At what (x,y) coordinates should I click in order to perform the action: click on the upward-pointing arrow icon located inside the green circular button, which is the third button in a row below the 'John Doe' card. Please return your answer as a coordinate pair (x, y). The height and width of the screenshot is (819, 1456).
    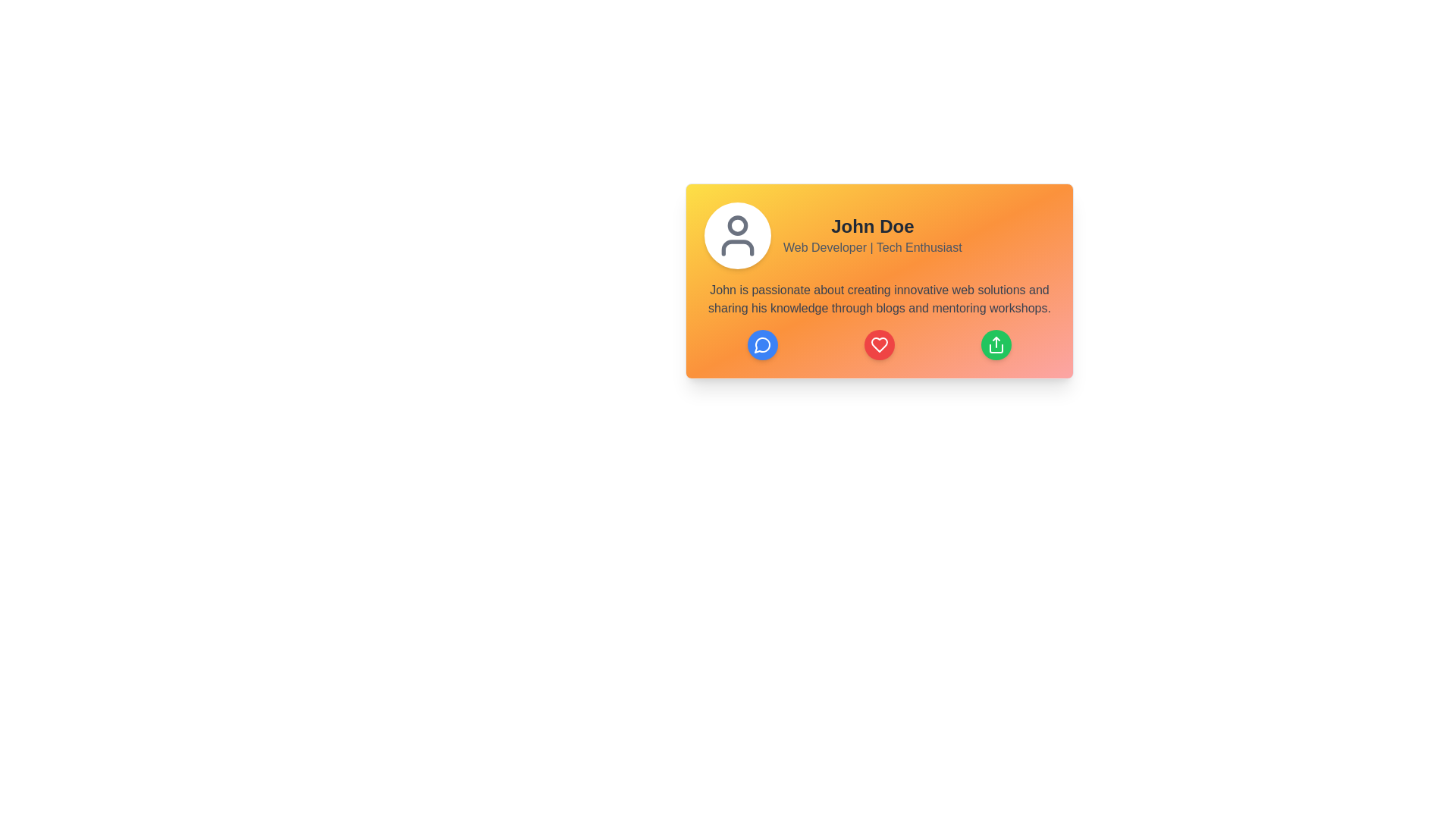
    Looking at the image, I should click on (996, 345).